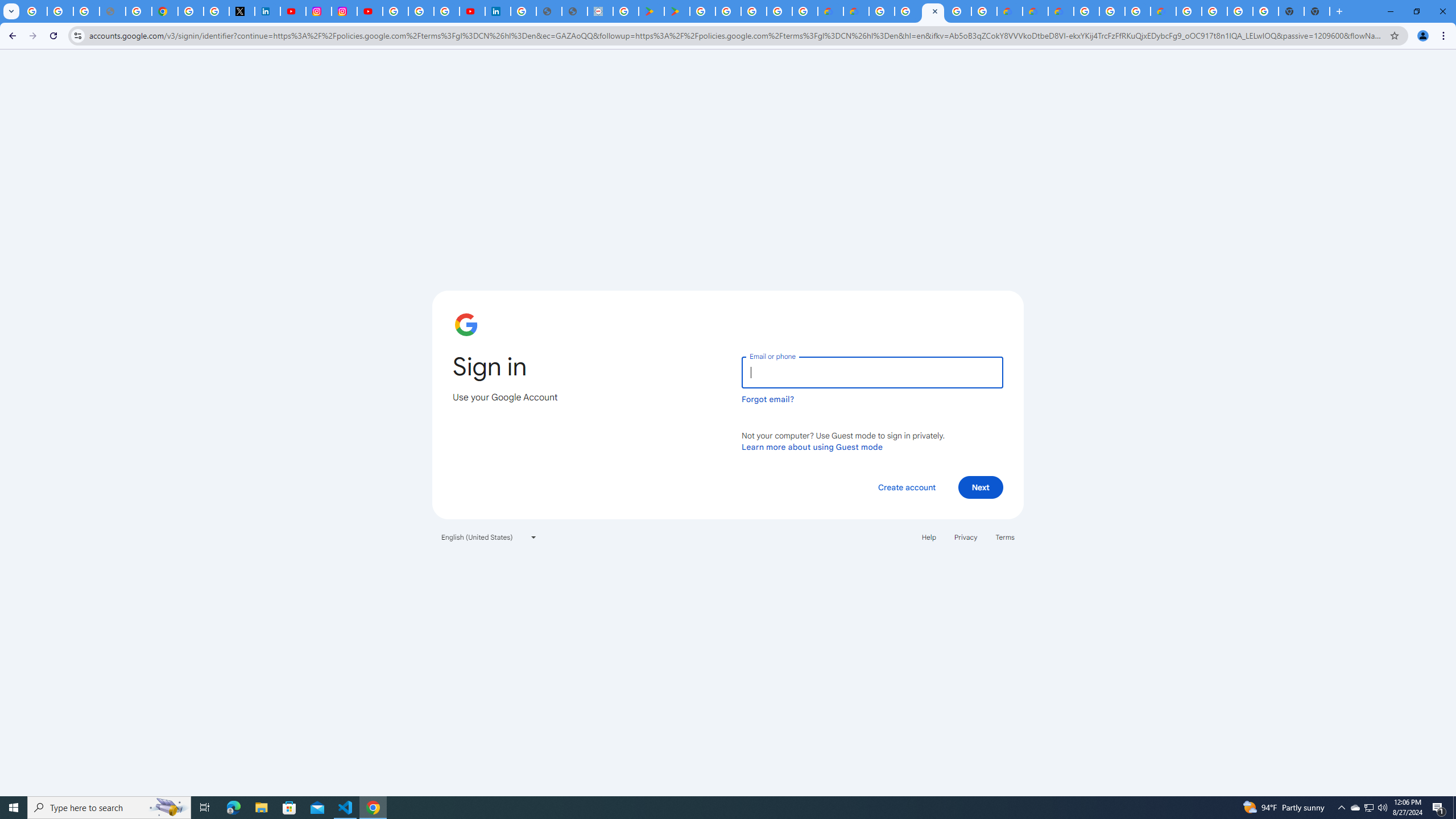 Image resolution: width=1456 pixels, height=819 pixels. I want to click on 'Google Workspace - Specific Terms', so click(804, 11).